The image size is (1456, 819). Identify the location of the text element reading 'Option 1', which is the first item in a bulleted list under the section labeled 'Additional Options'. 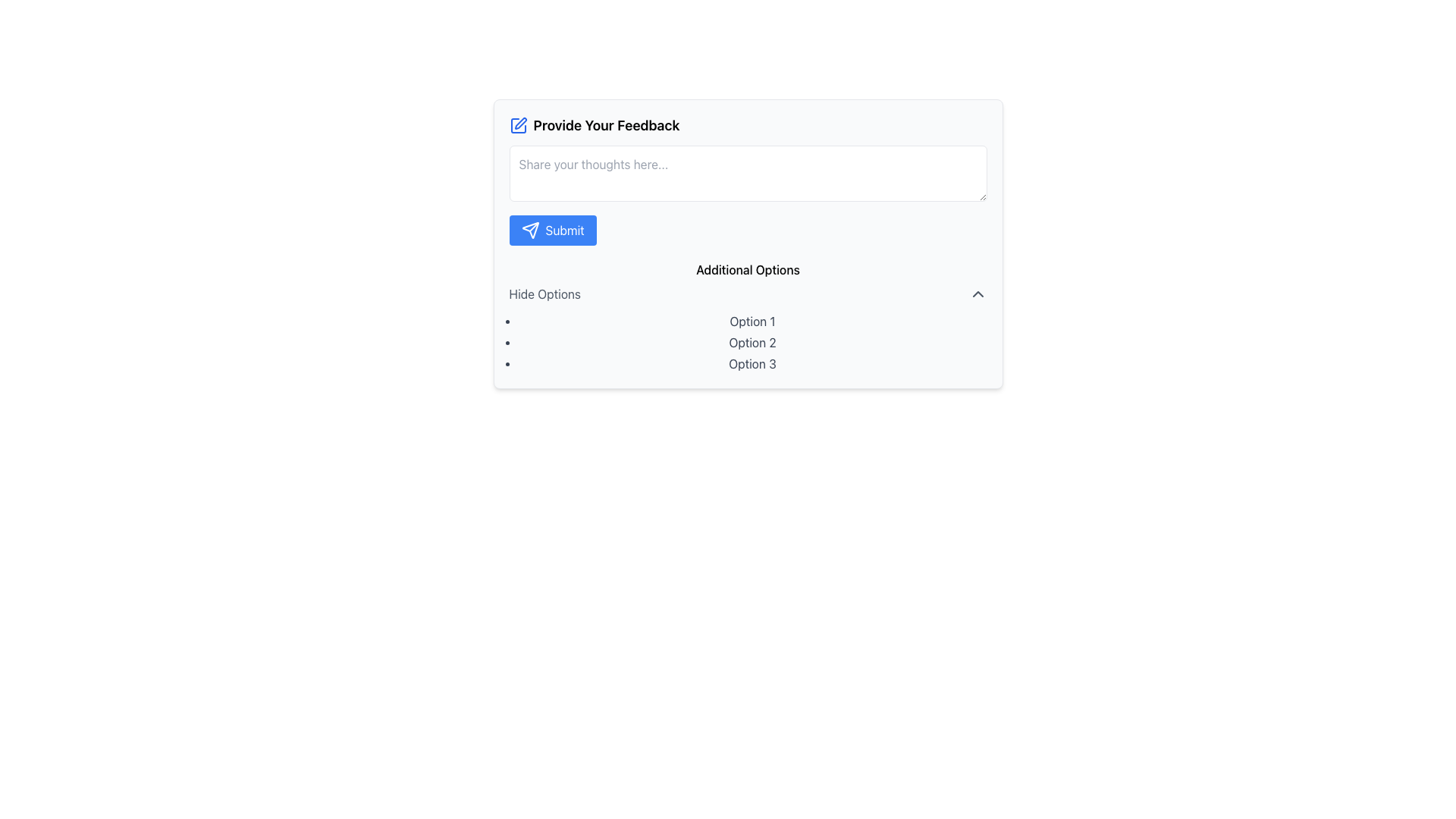
(752, 321).